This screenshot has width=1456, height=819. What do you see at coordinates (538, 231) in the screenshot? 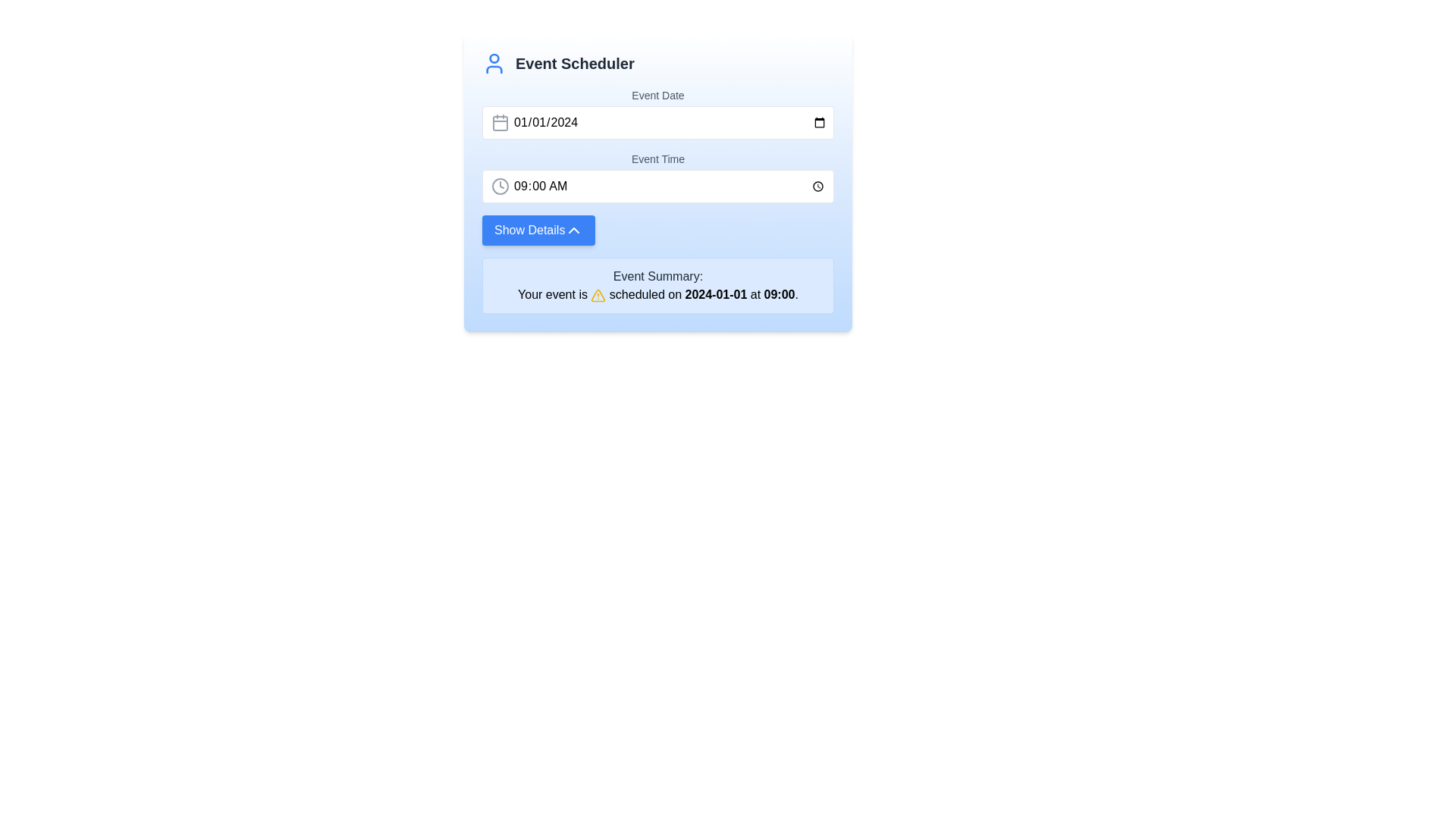
I see `the button in the 'Event Scheduler' section` at bounding box center [538, 231].